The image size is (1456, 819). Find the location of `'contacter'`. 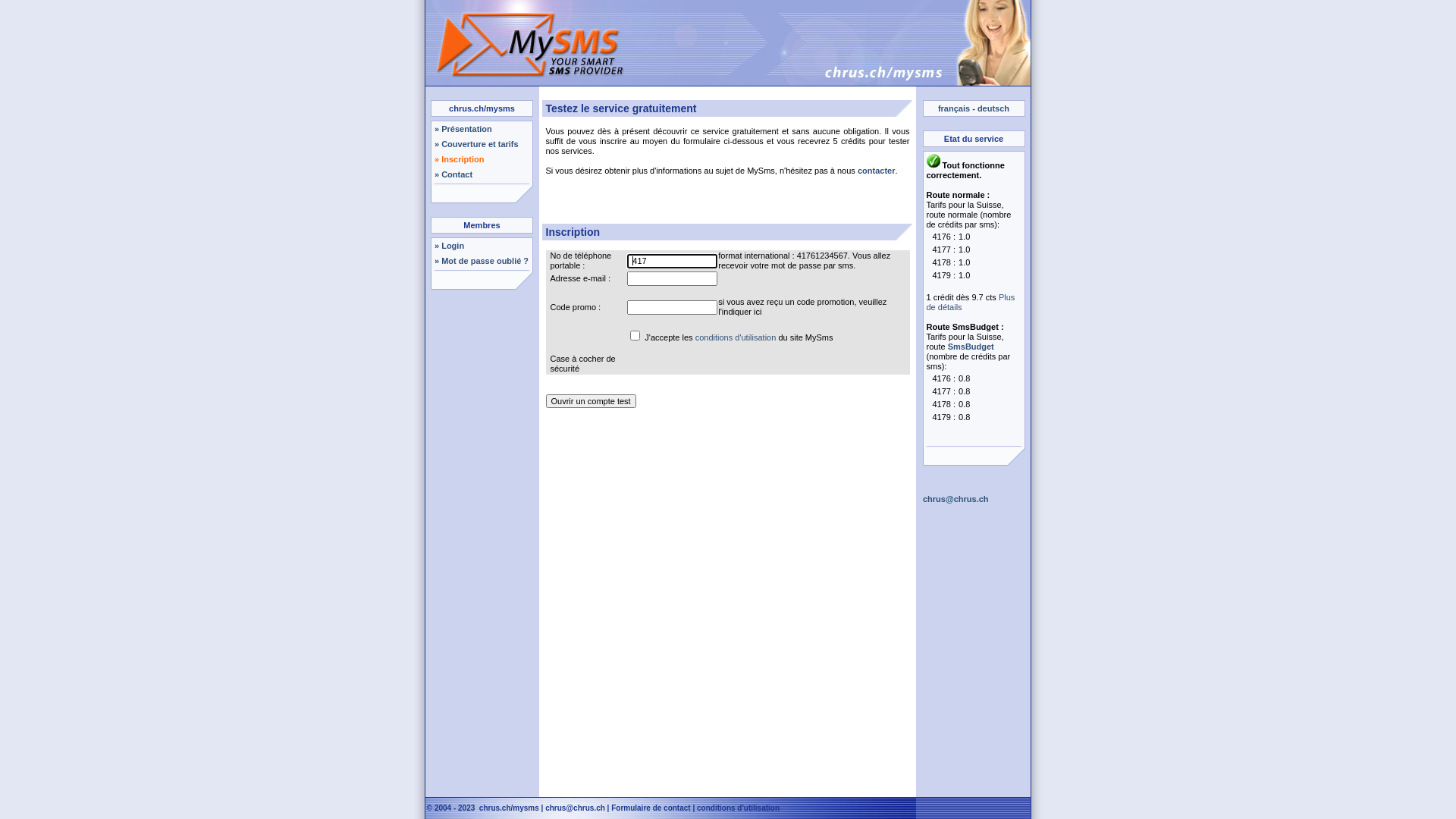

'contacter' is located at coordinates (877, 170).